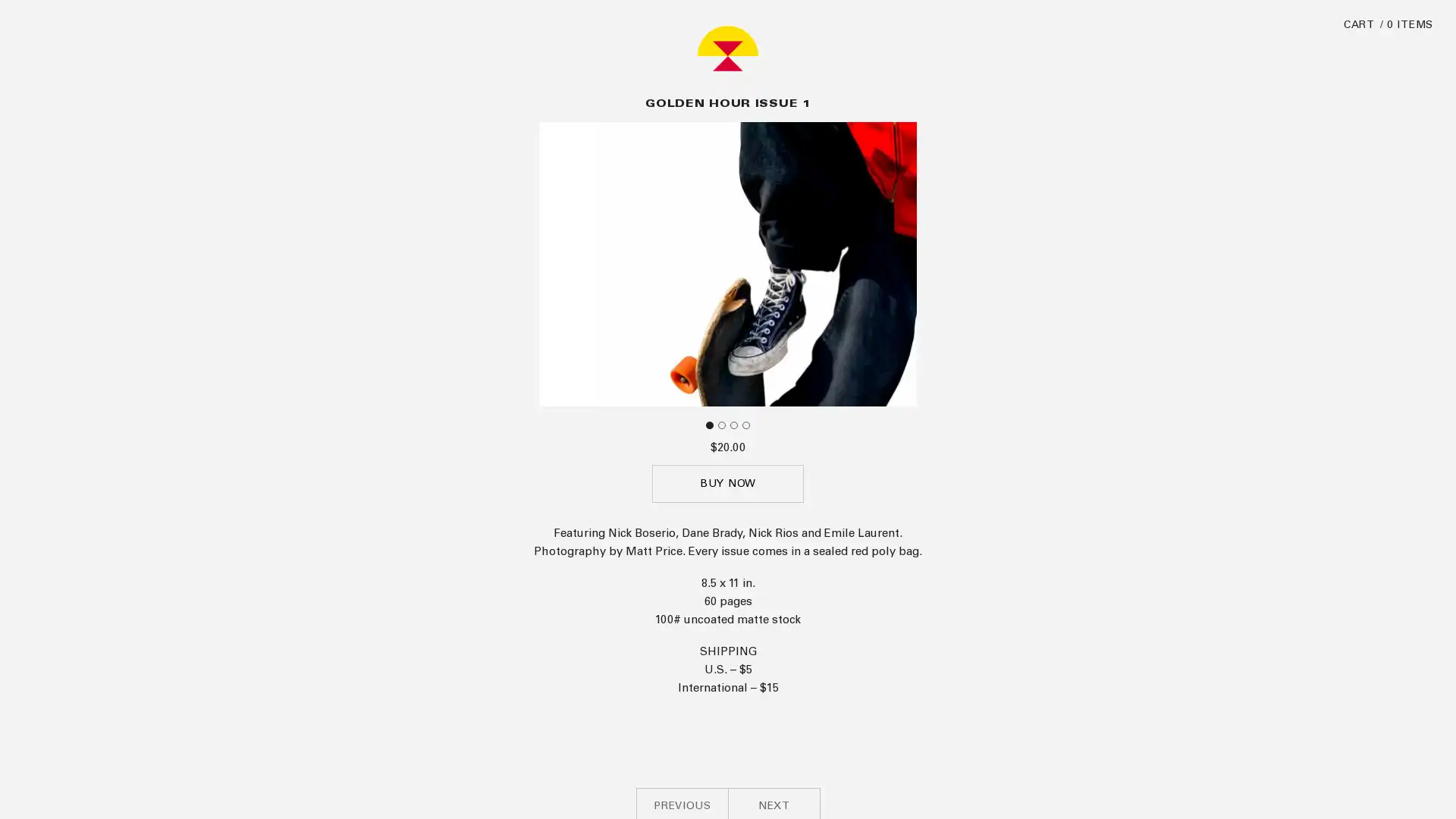 The image size is (1456, 819). What do you see at coordinates (728, 485) in the screenshot?
I see `BUY NOW` at bounding box center [728, 485].